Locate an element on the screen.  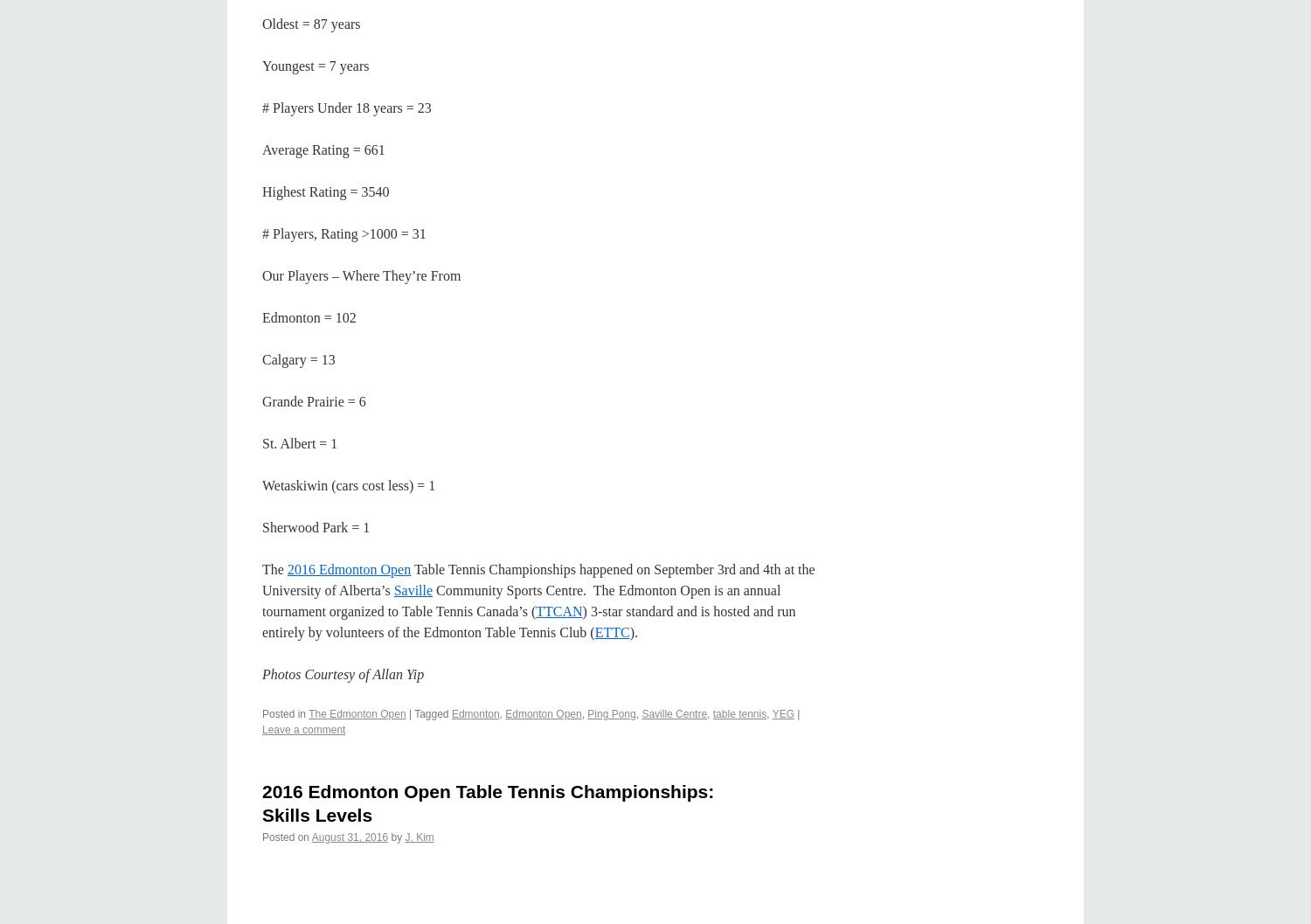
'table tennis' is located at coordinates (738, 713).